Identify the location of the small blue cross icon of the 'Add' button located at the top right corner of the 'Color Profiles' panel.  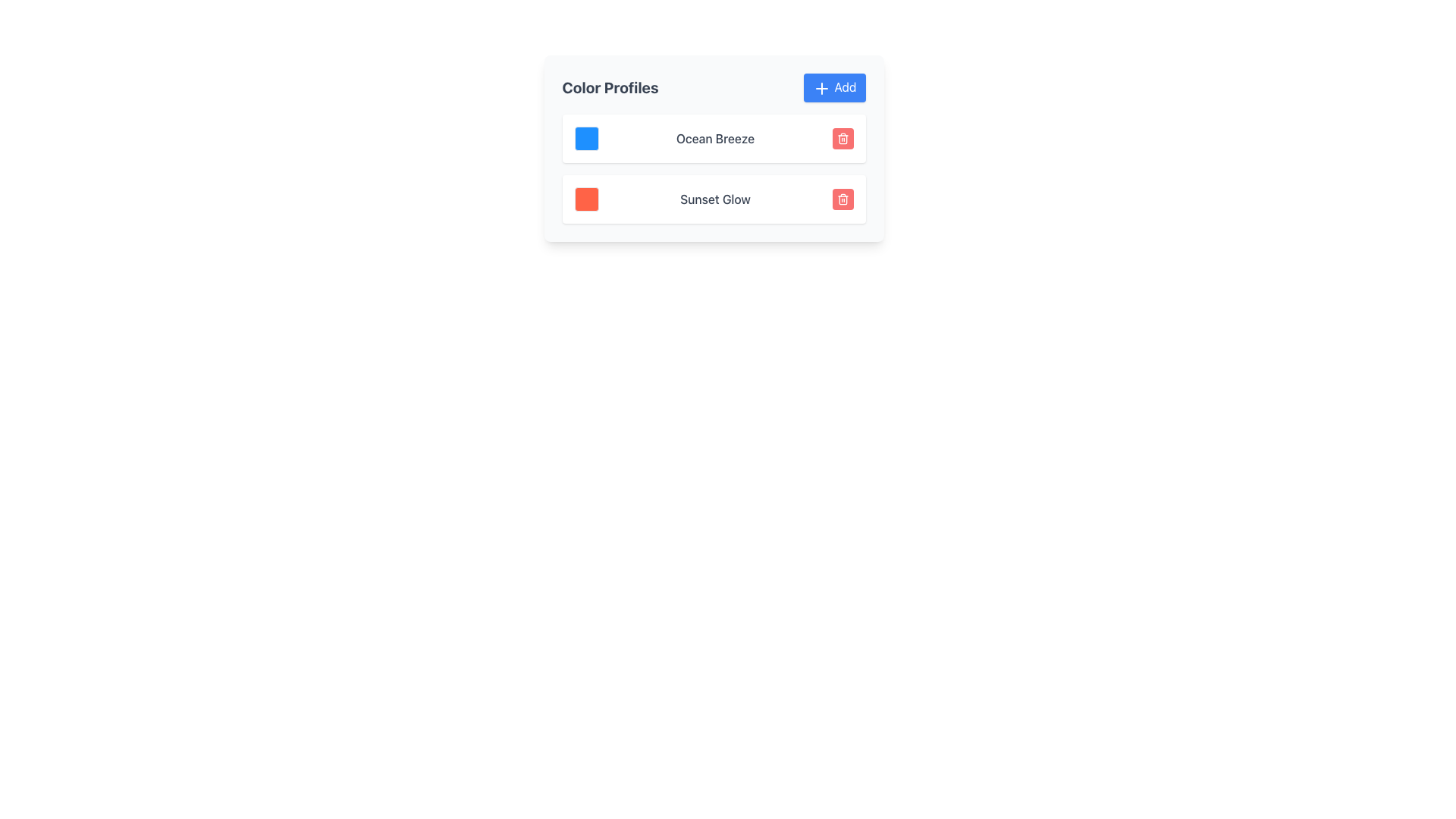
(821, 88).